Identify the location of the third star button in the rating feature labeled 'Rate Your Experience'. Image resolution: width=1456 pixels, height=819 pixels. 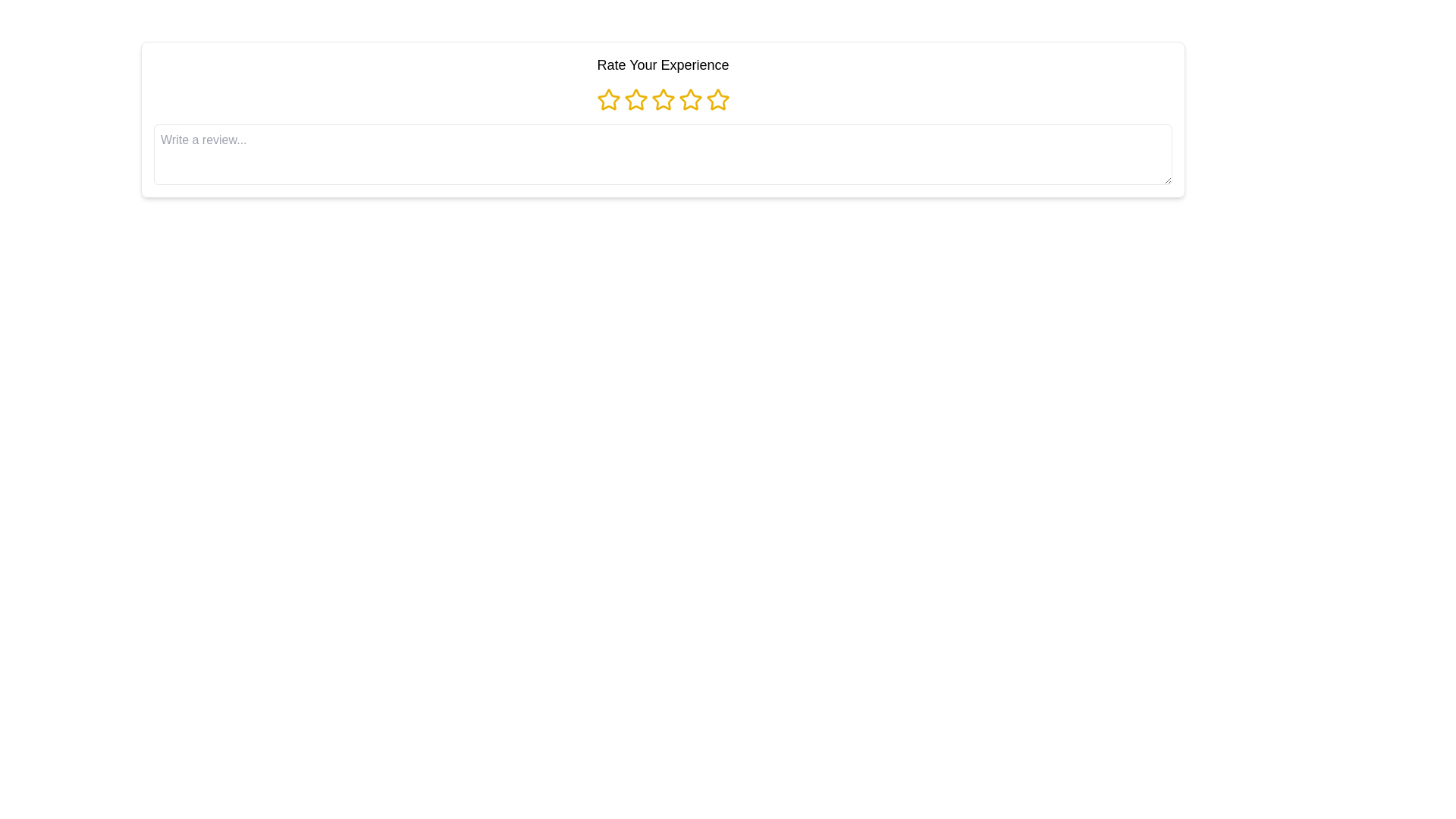
(663, 99).